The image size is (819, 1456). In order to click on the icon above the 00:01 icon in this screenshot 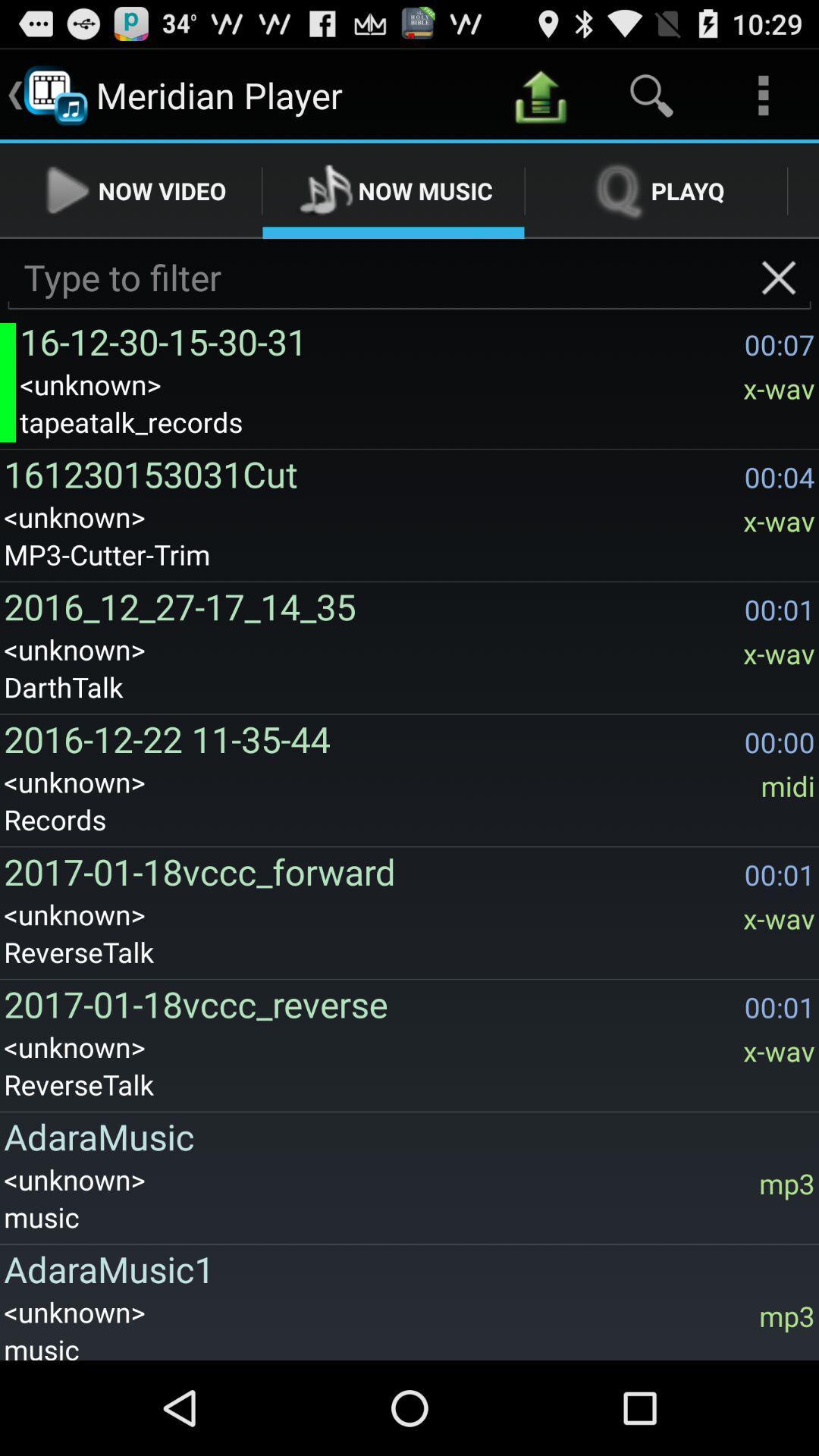, I will do `click(787, 786)`.